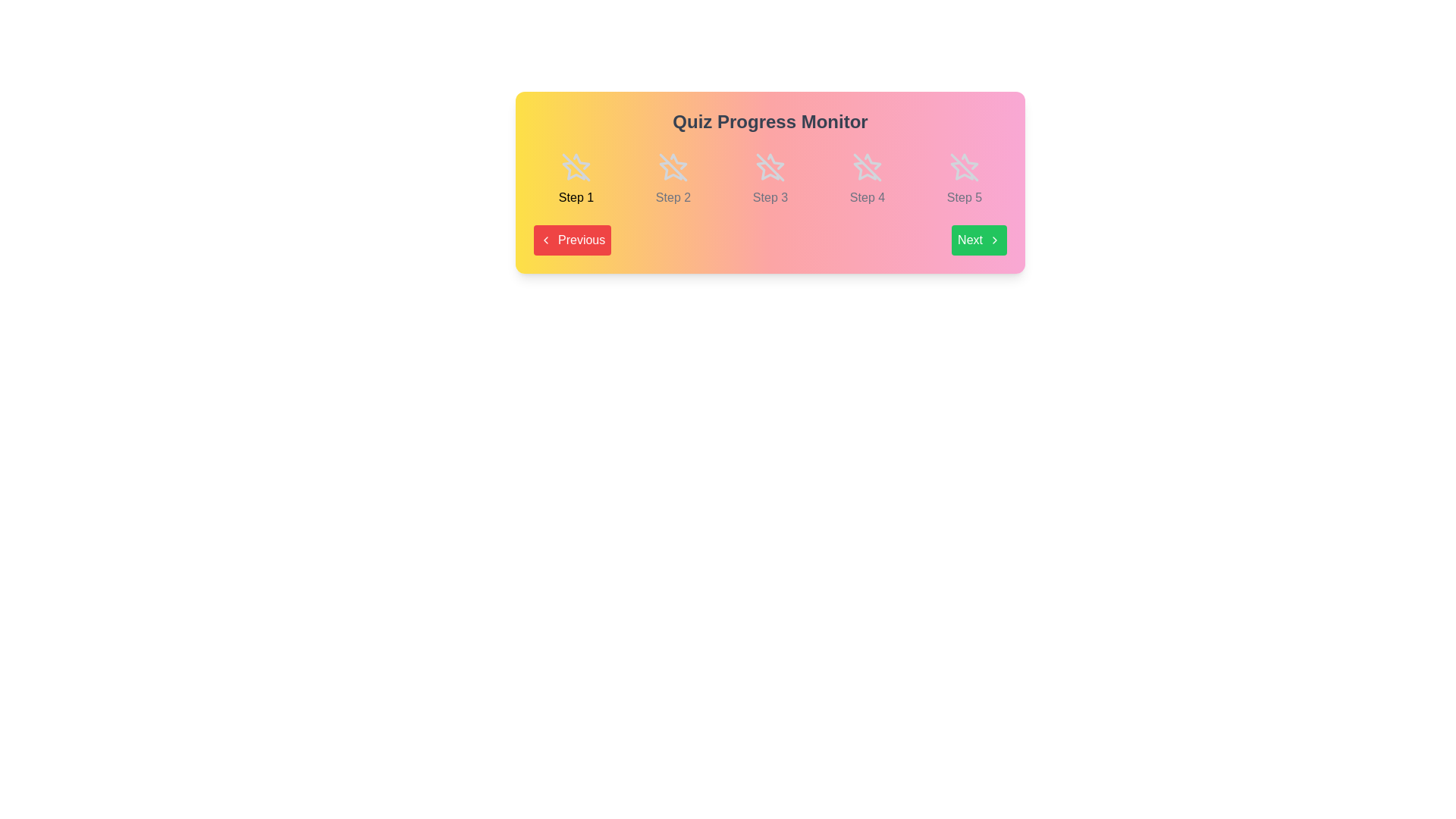  I want to click on the navigation button located at the bottom-left corner of the quiz interface, so click(572, 239).